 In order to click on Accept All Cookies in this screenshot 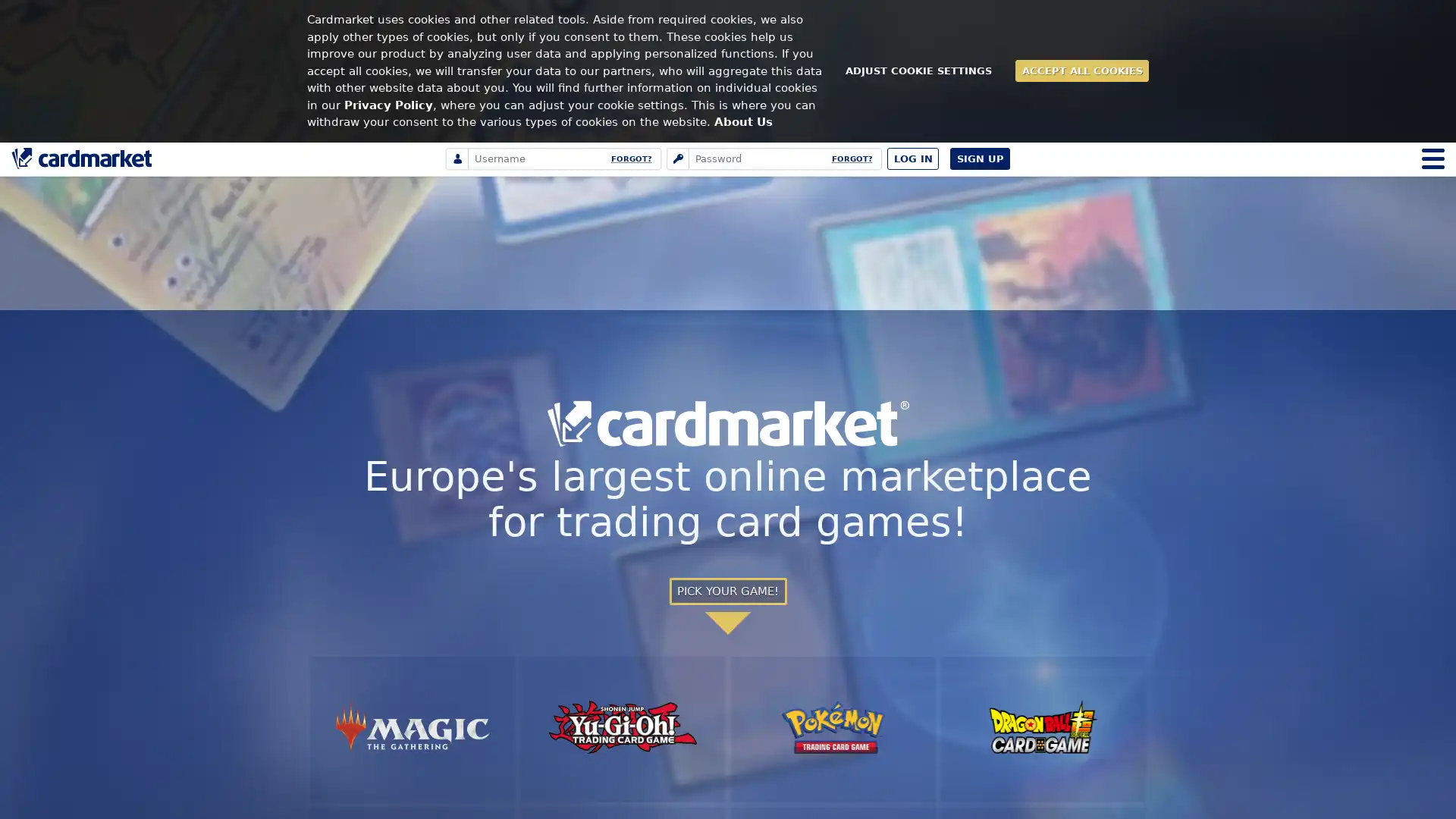, I will do `click(1081, 71)`.